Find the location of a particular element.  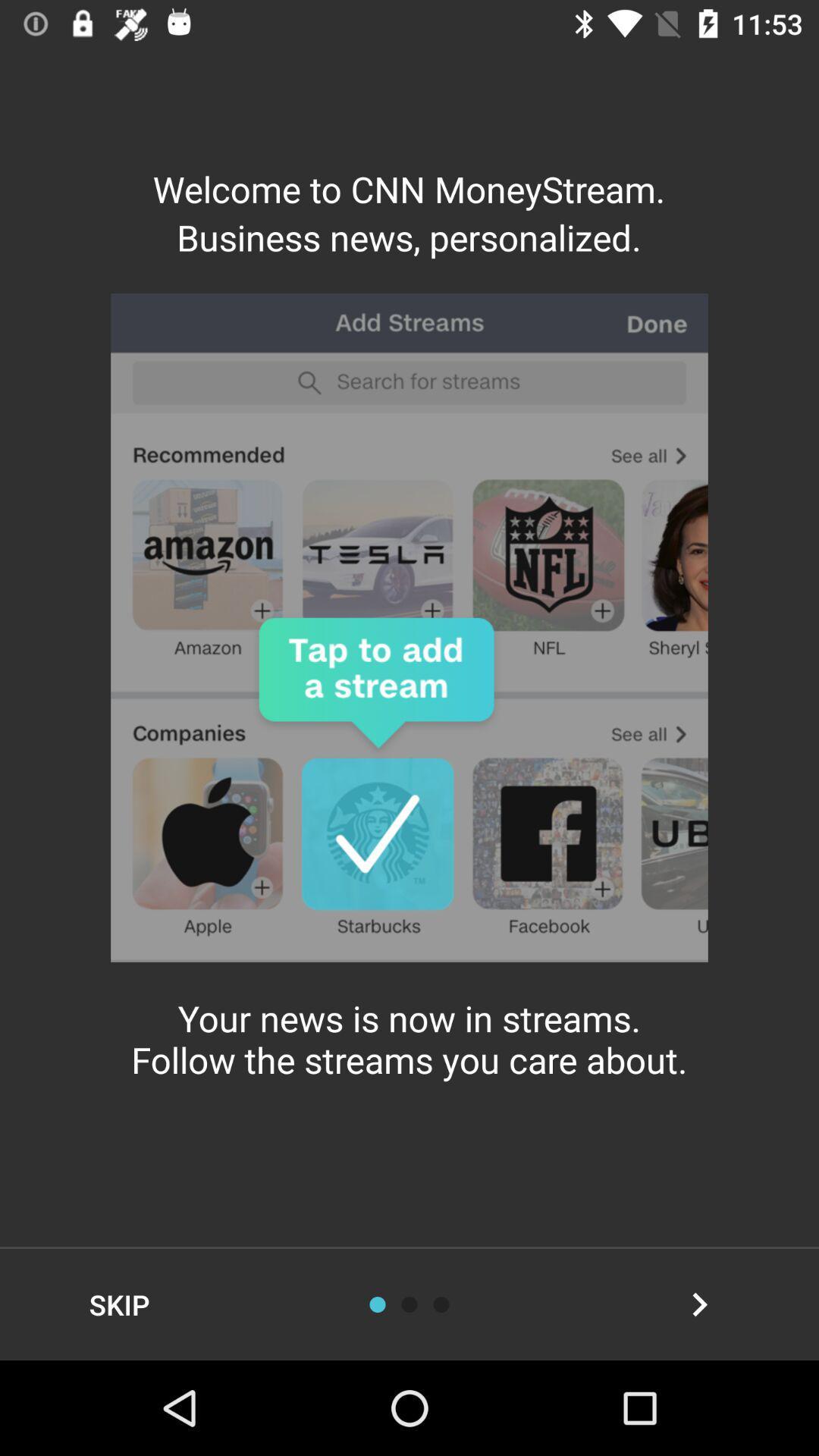

the item at the bottom right corner is located at coordinates (699, 1304).